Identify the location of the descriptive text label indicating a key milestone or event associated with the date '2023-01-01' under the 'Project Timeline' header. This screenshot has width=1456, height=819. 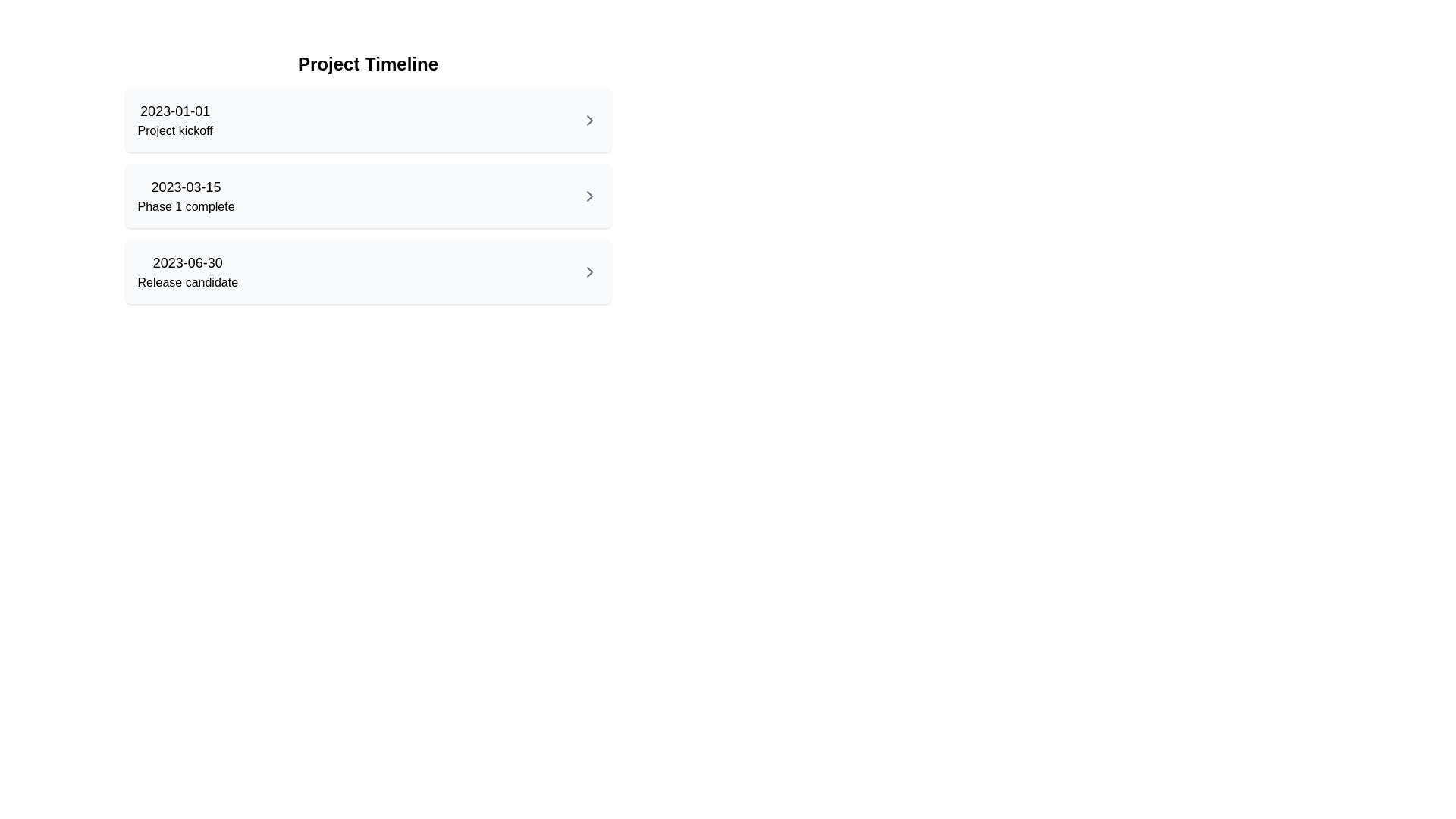
(175, 130).